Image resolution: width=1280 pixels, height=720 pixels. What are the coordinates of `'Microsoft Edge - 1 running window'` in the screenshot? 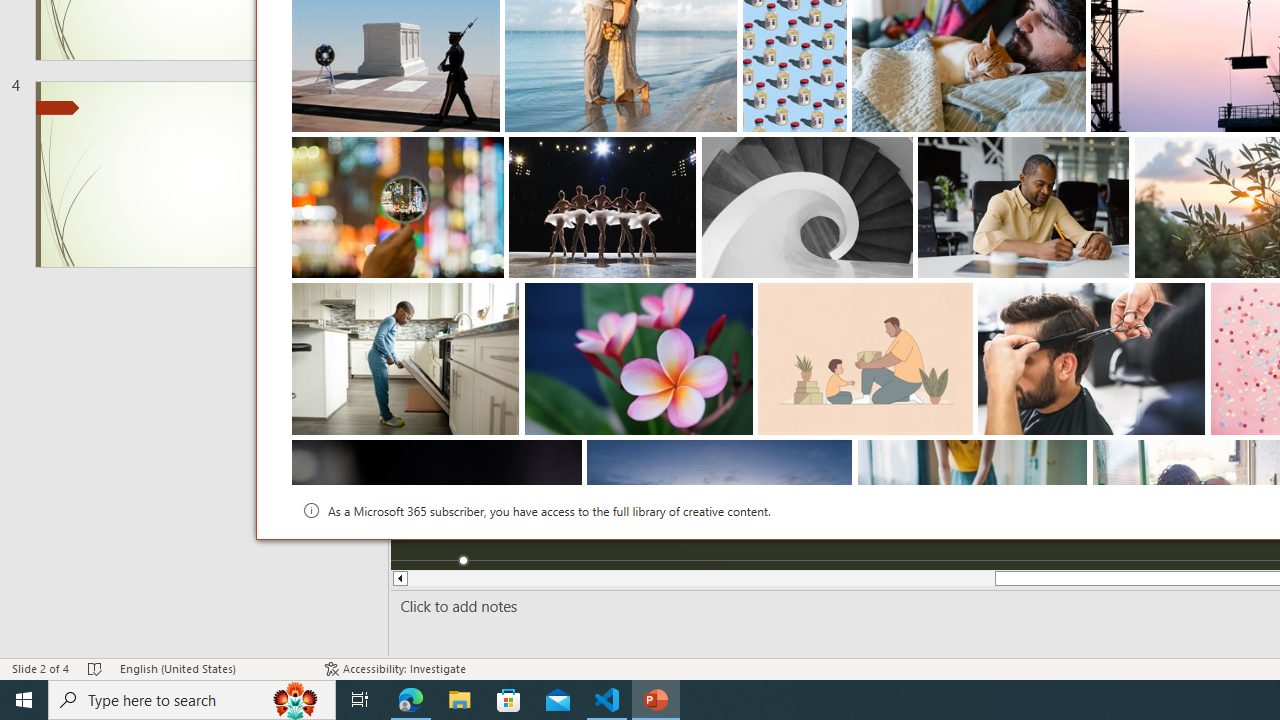 It's located at (410, 698).